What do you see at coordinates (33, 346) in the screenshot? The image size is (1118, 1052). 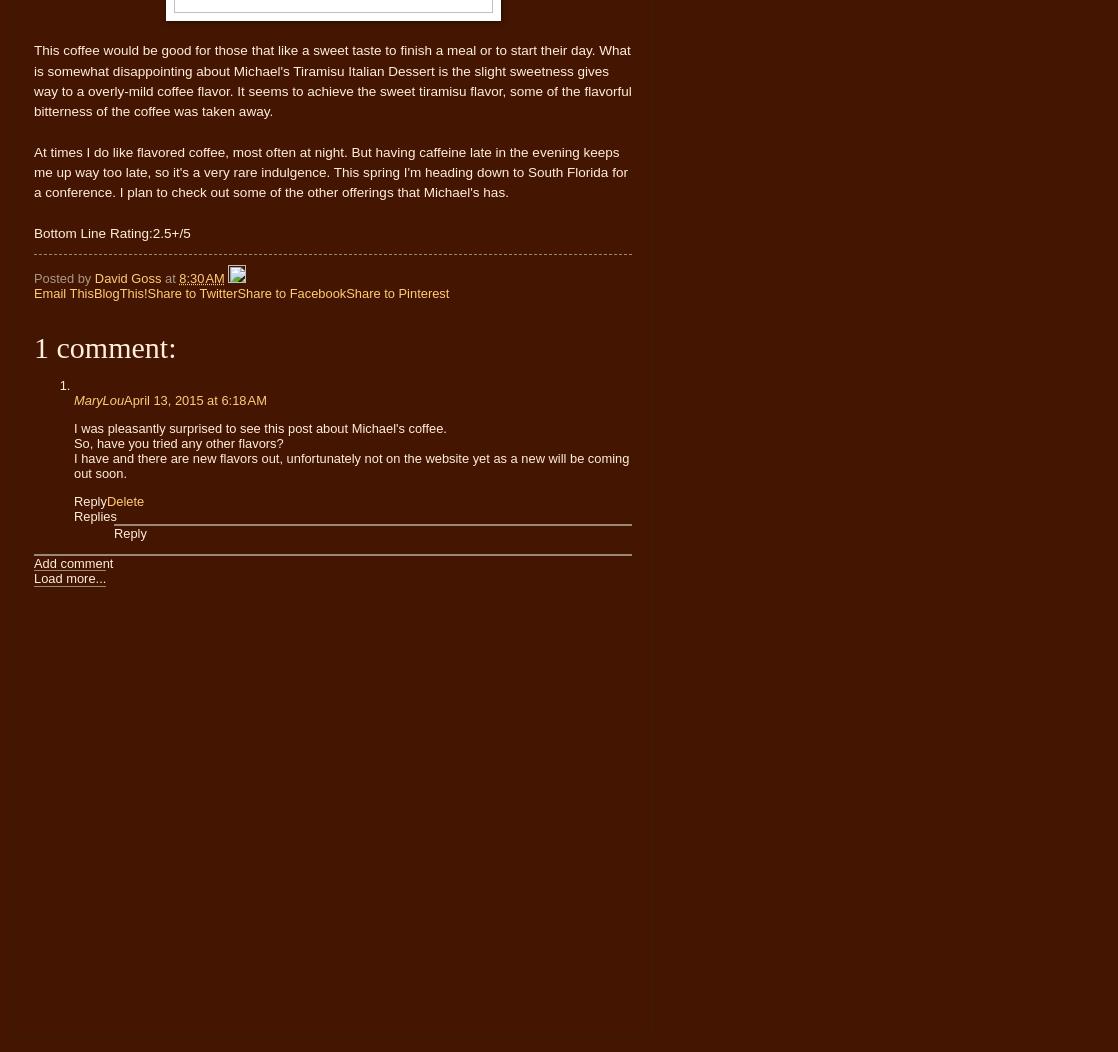 I see `'1 comment:'` at bounding box center [33, 346].